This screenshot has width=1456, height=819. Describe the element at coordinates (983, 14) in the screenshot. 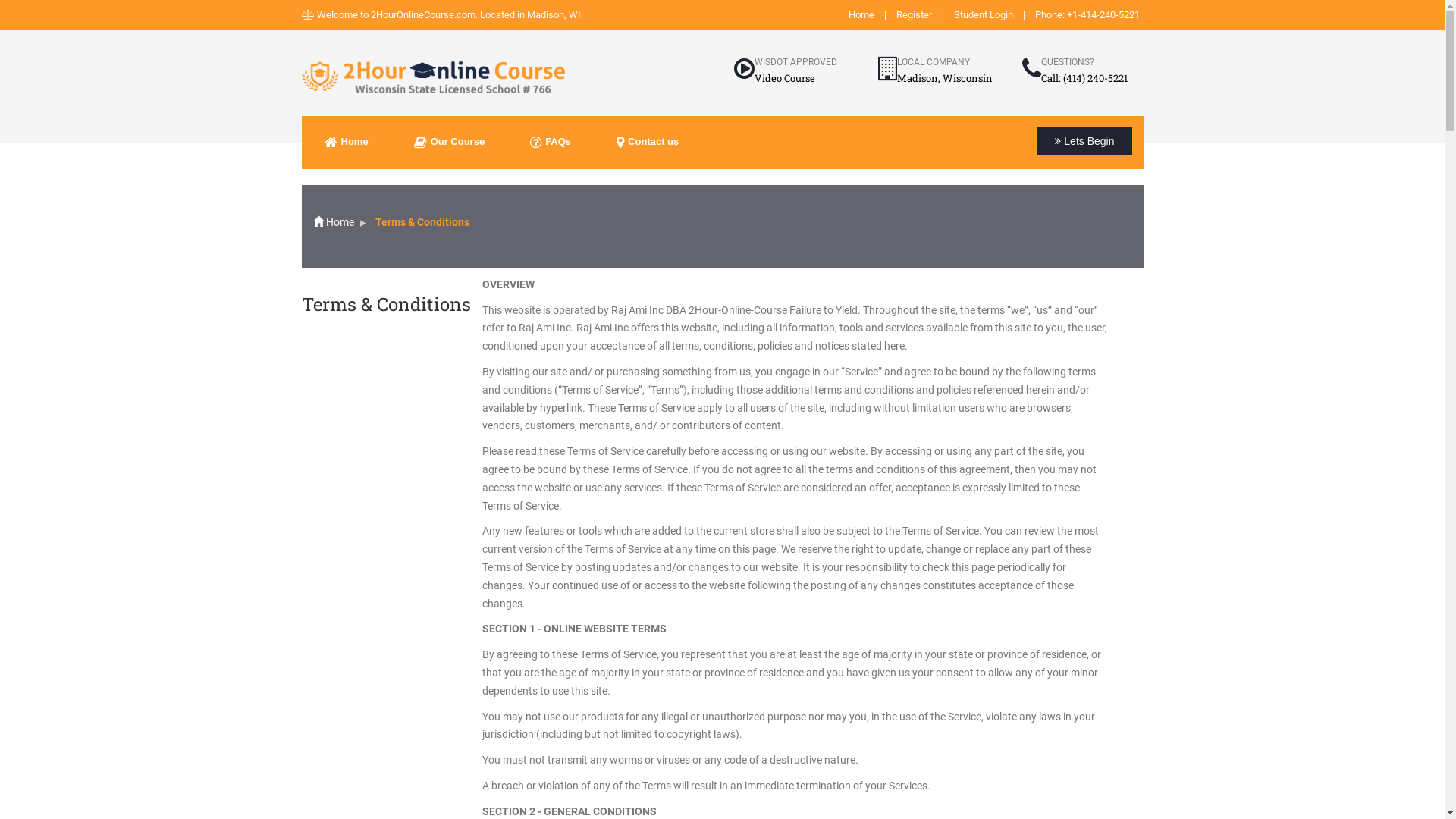

I see `'Student Login'` at that location.